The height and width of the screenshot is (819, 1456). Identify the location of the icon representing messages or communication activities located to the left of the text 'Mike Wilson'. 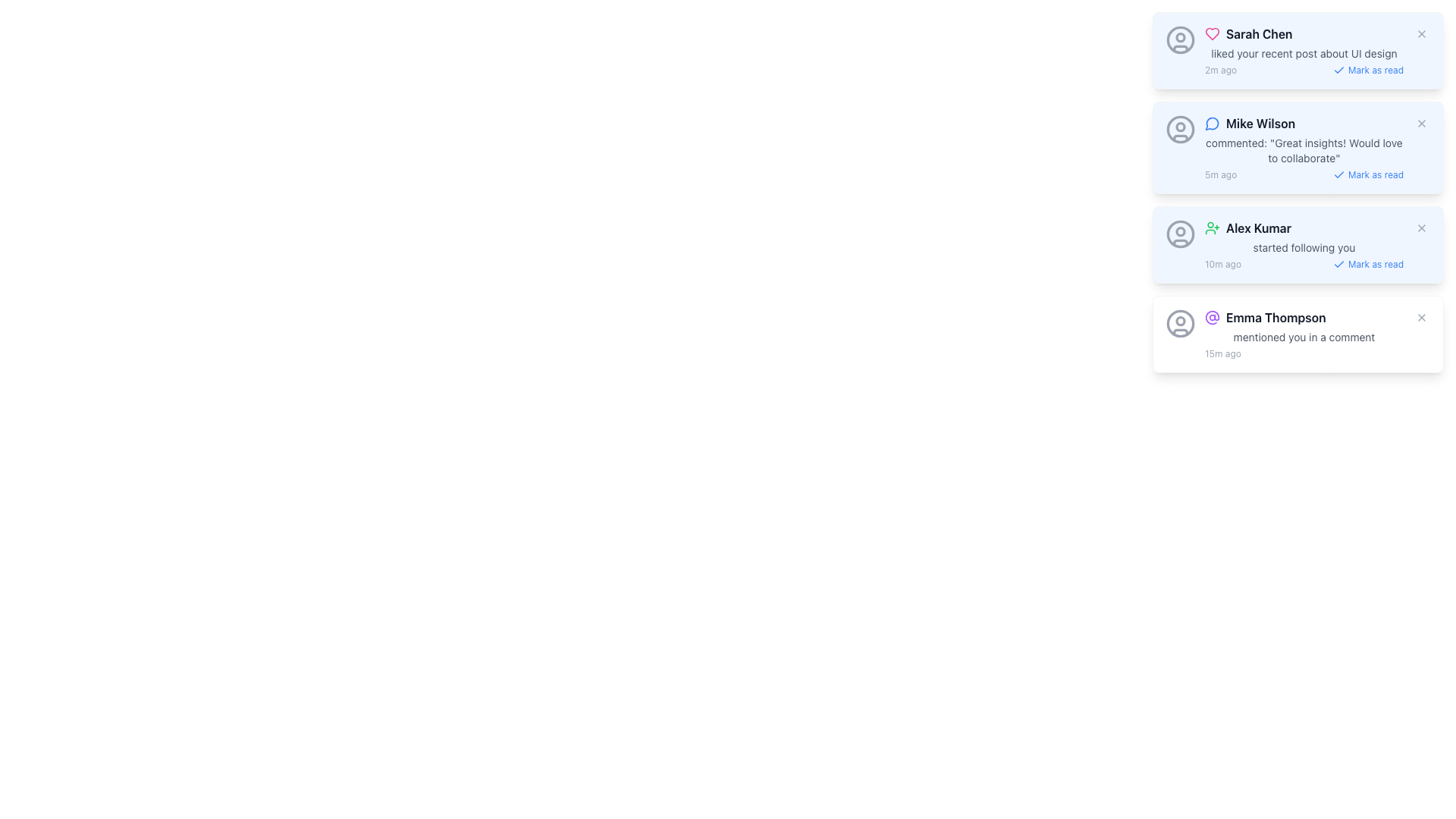
(1211, 122).